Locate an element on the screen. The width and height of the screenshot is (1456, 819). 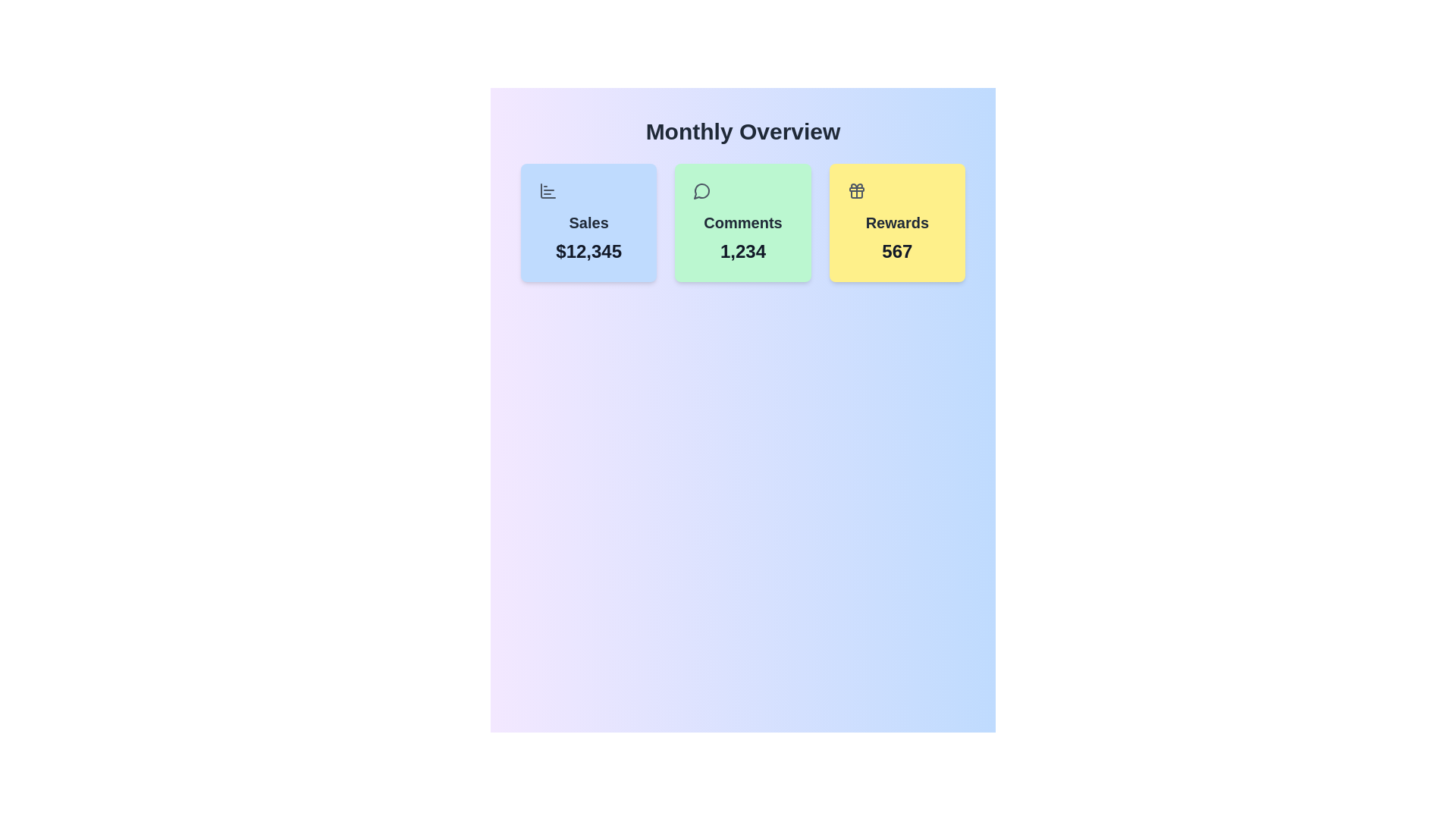
displayed values from the textual display group showing 'Sales' and '$12,345', which is positioned in the leftmost box of the three-box layout below the 'Monthly Overview' header is located at coordinates (588, 222).